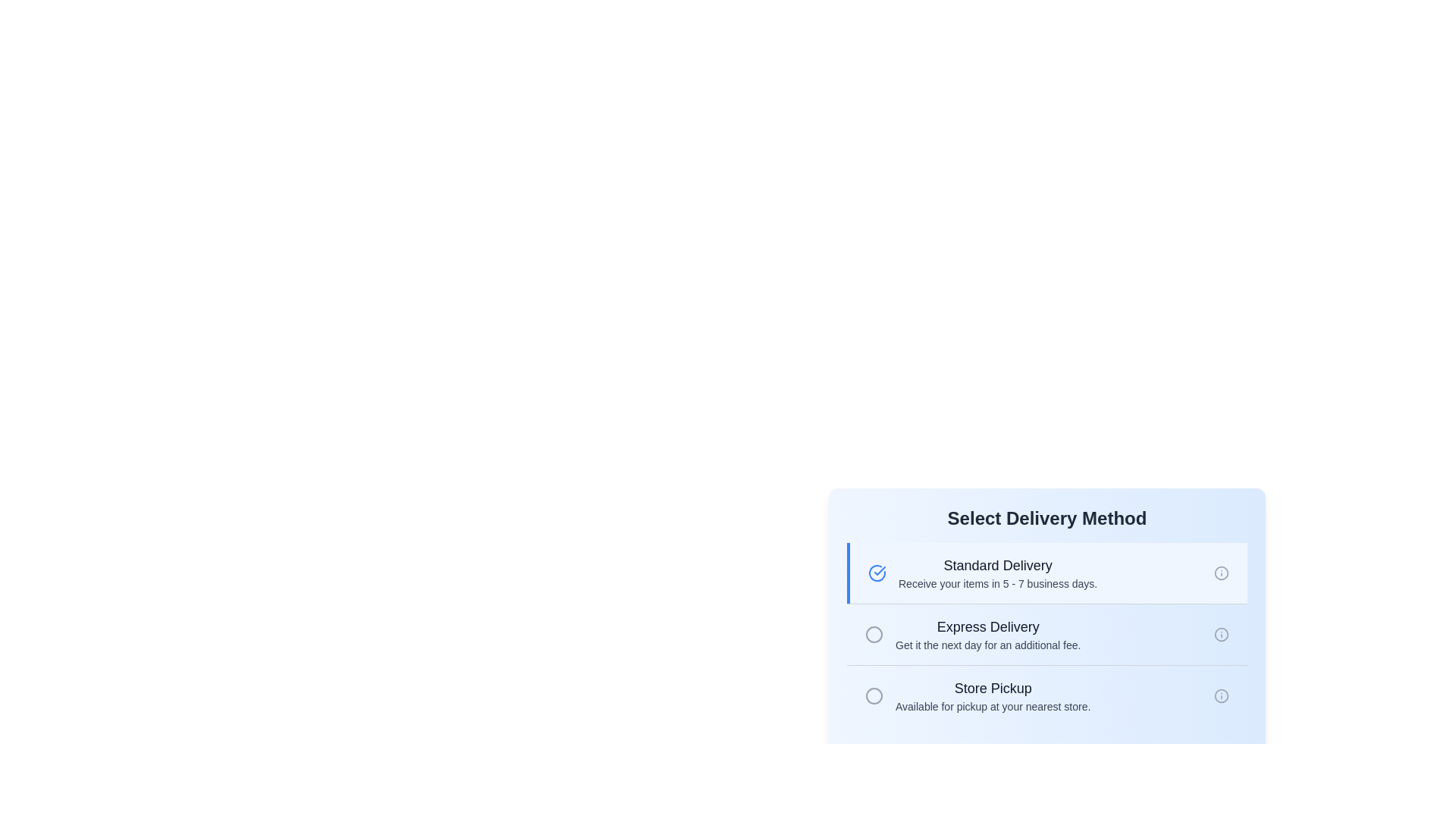 The image size is (1456, 819). Describe the element at coordinates (988, 645) in the screenshot. I see `the text label that reads 'Get it the next day for an additional fee.', which is located below the heading 'Express Delivery' in the delivery method selection card` at that location.